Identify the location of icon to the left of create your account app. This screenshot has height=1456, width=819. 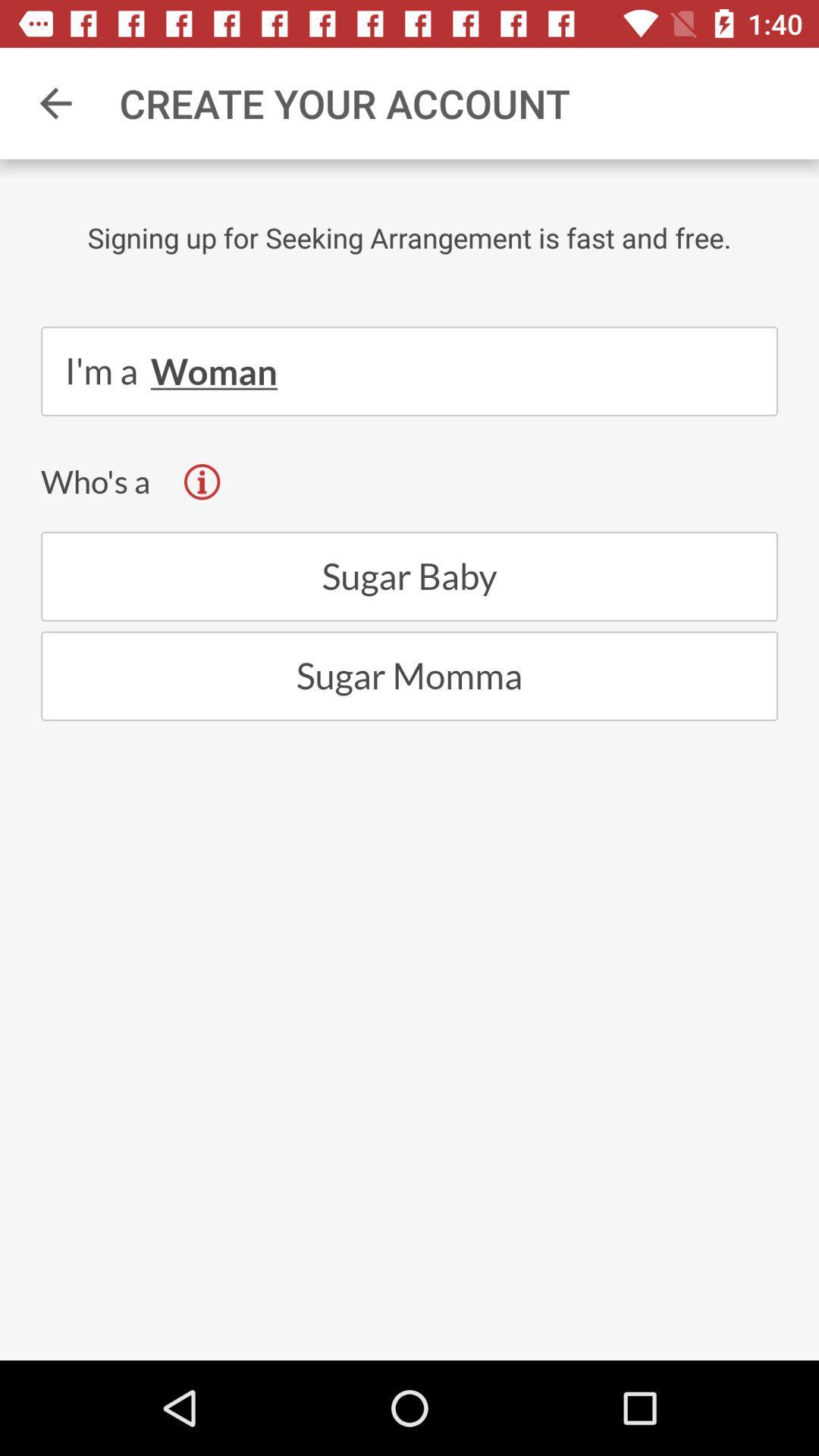
(55, 102).